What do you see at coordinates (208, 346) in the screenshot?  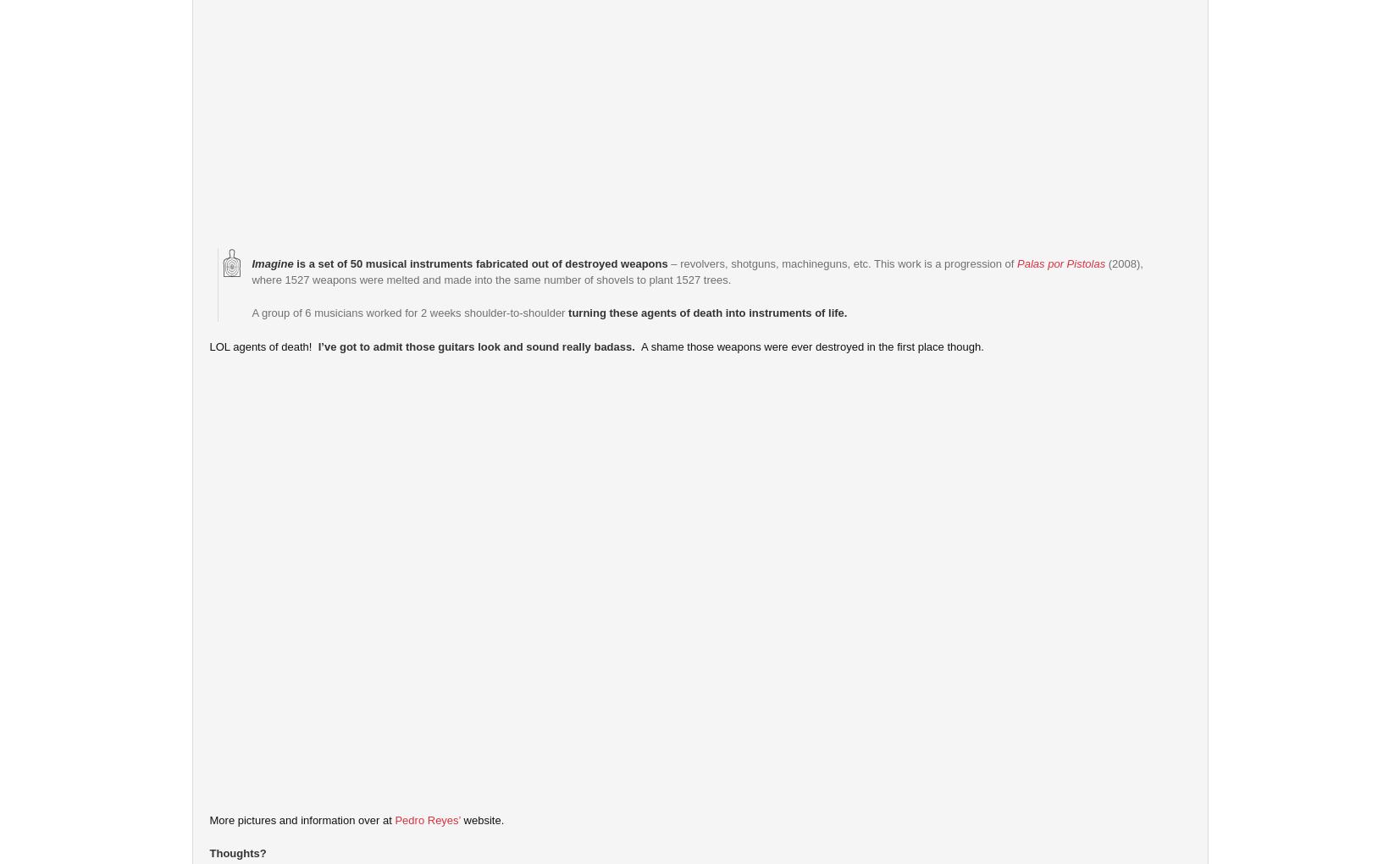 I see `'LOL agents of death!'` at bounding box center [208, 346].